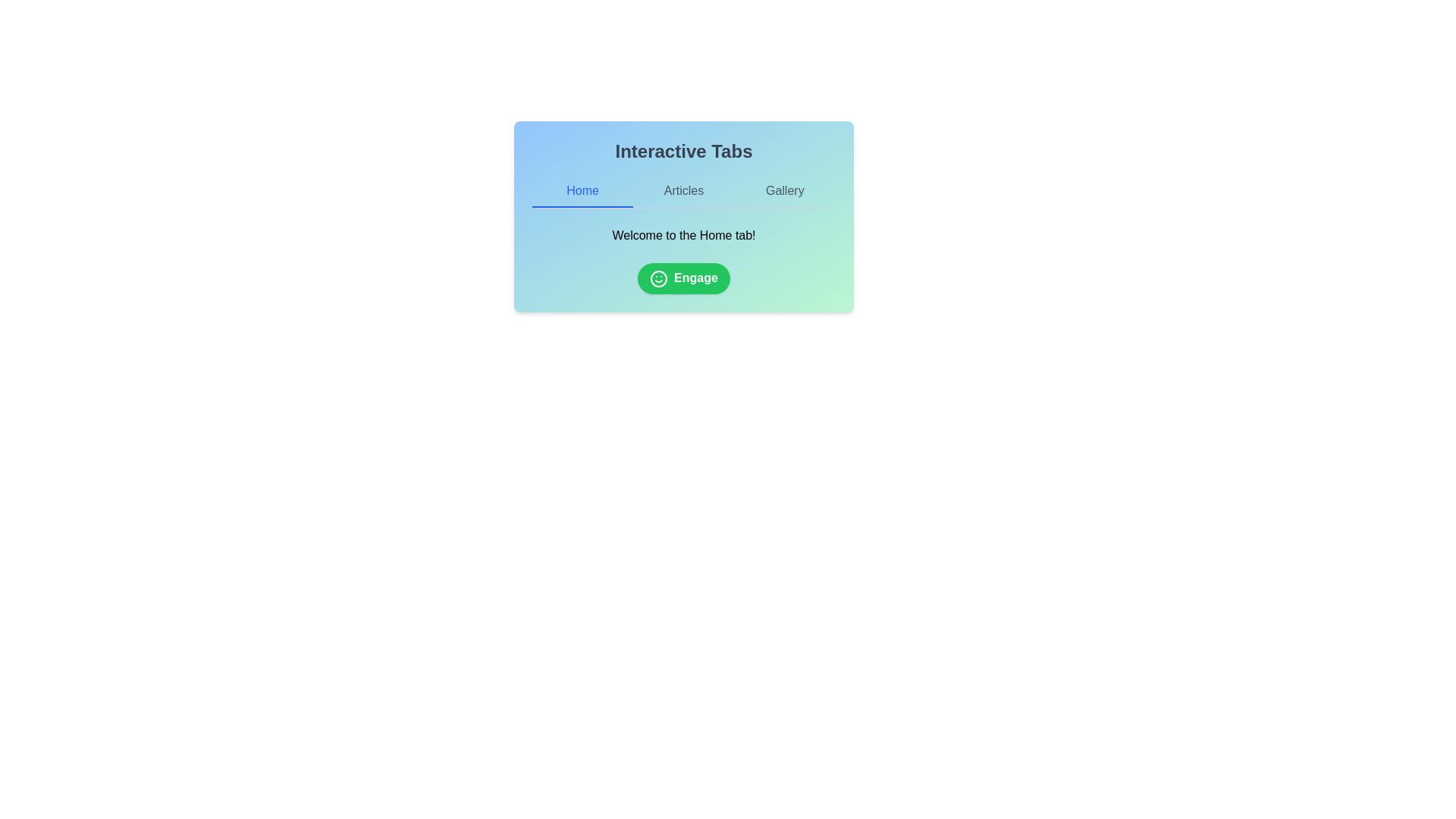 This screenshot has height=819, width=1456. Describe the element at coordinates (683, 152) in the screenshot. I see `the static text label/header at the top of the card, which introduces the content or functionality provided within the card` at that location.